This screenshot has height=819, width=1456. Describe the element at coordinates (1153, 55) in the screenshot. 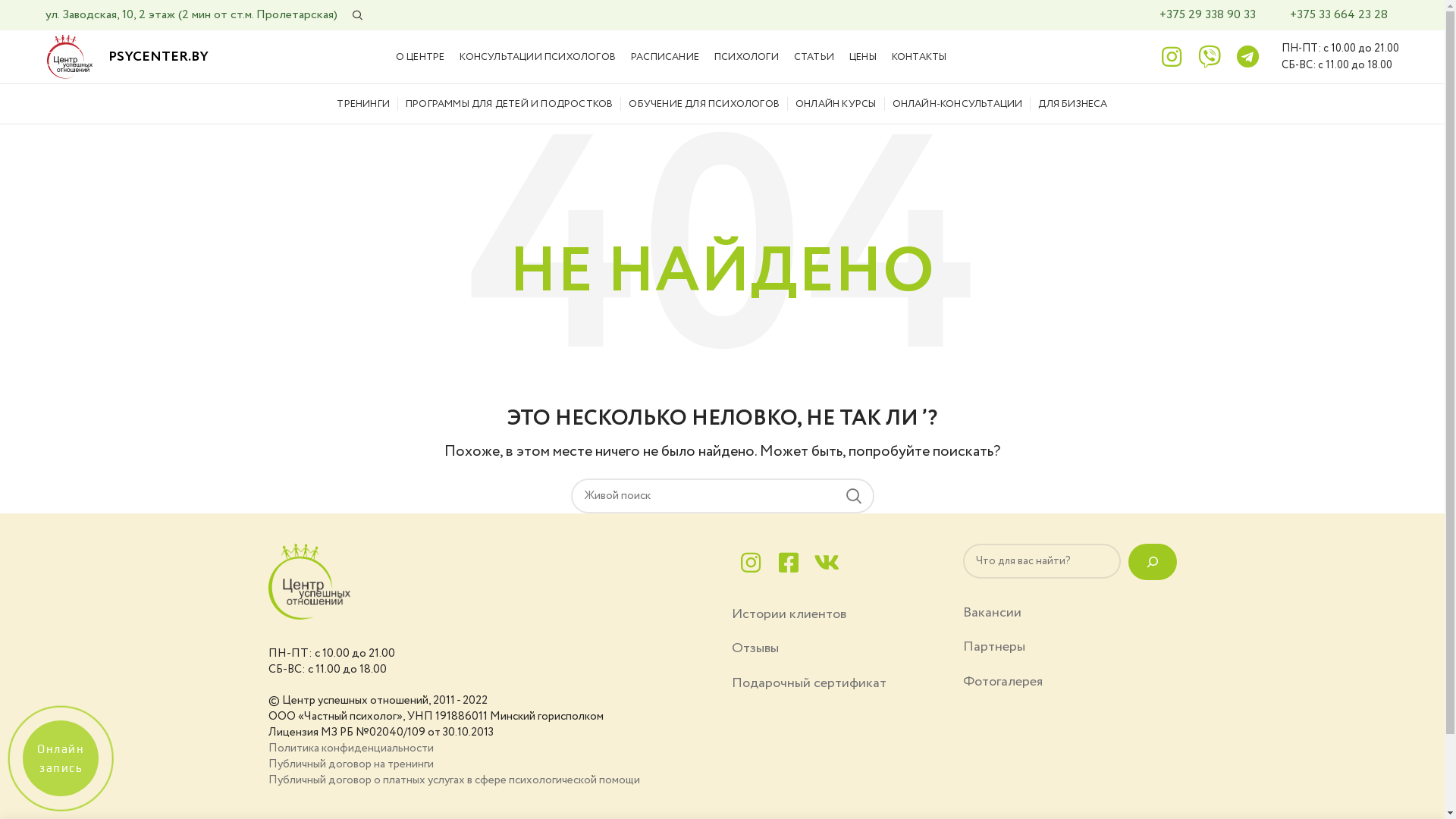

I see `'instagram'` at that location.